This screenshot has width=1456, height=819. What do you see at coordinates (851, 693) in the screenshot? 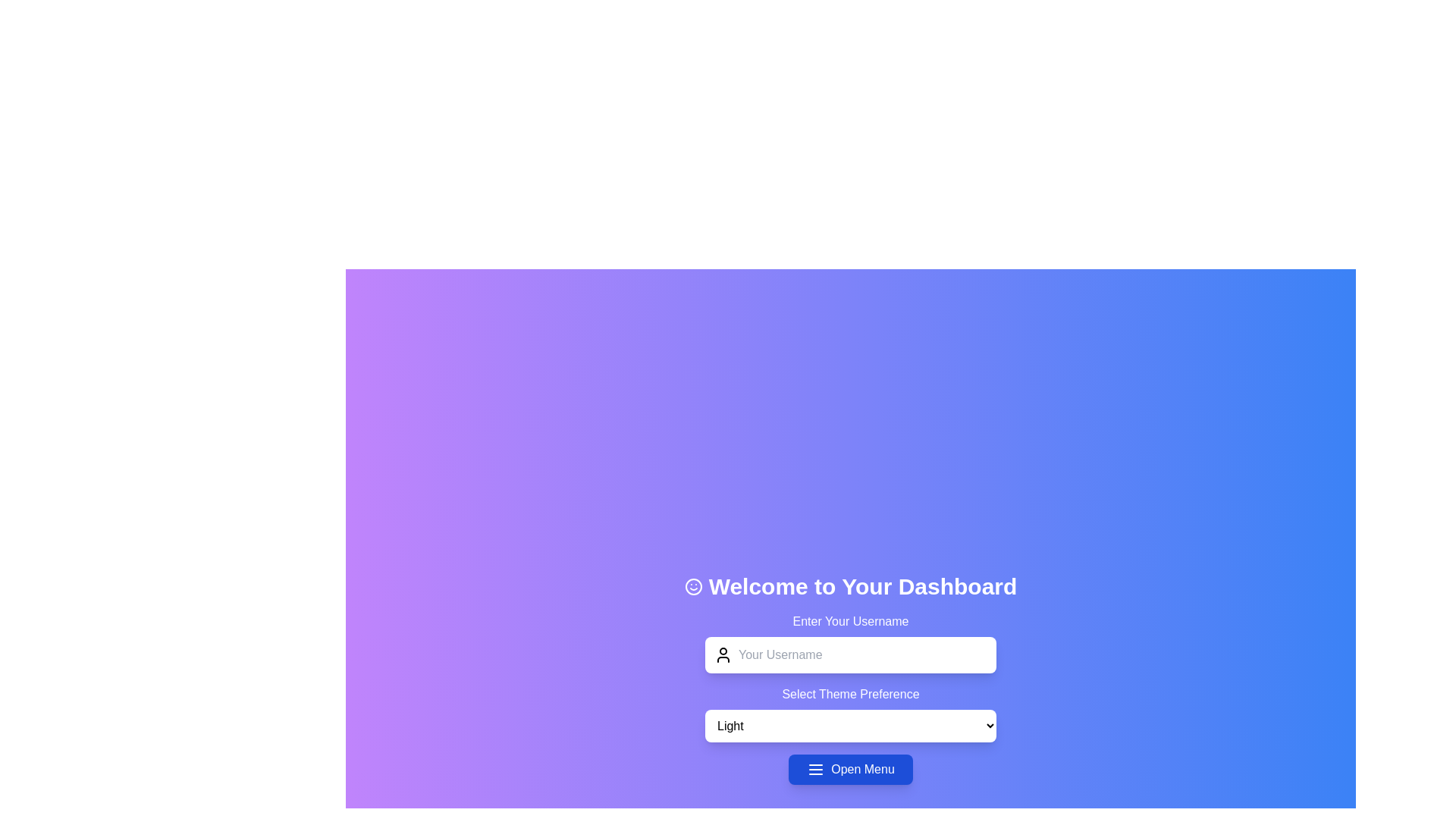
I see `the static text label displaying 'Select Theme Preference' in white font, located above the dropdown menu for theme selection in the user settings interface` at bounding box center [851, 693].